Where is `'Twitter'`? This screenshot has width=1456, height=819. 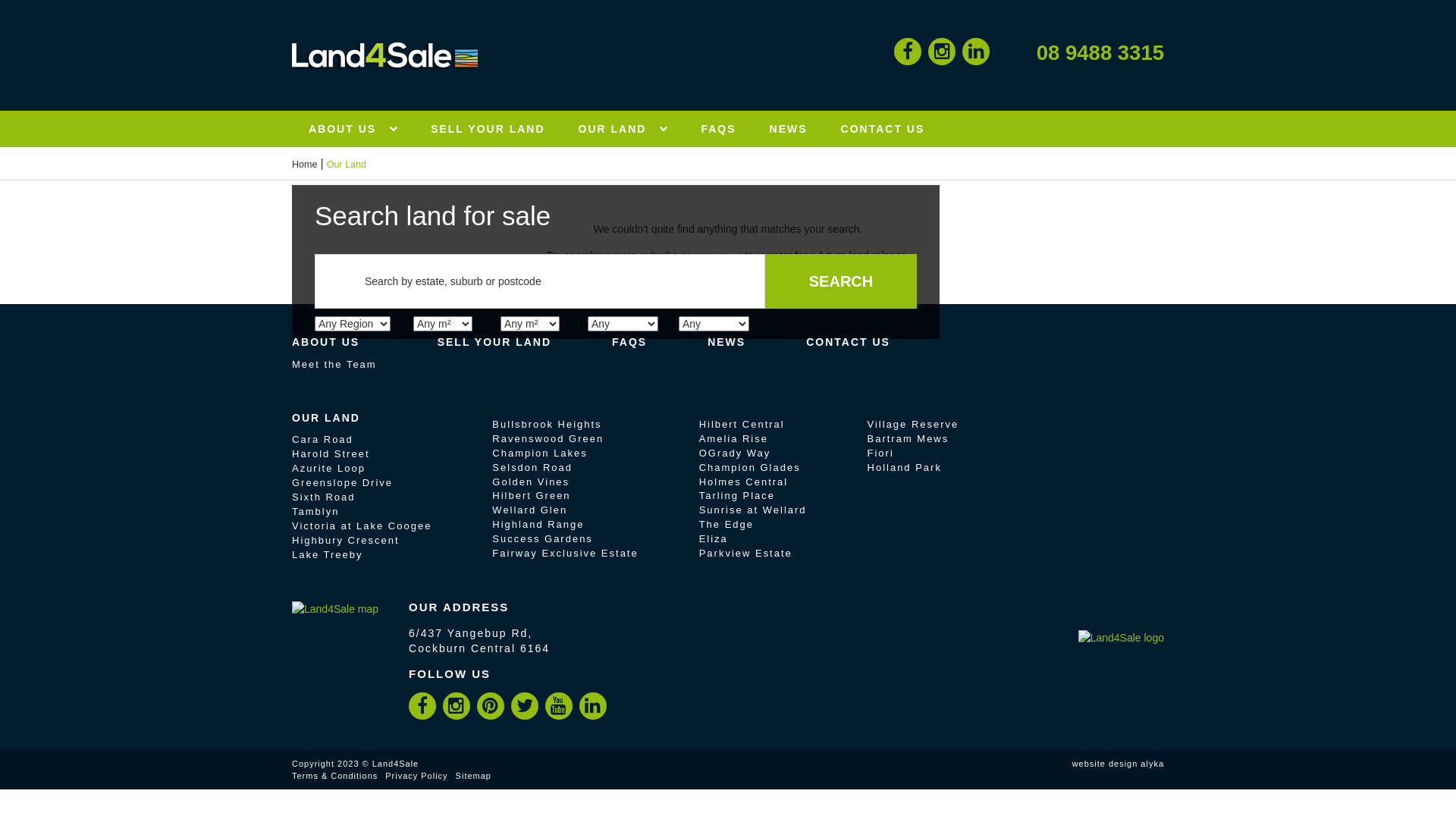 'Twitter' is located at coordinates (524, 704).